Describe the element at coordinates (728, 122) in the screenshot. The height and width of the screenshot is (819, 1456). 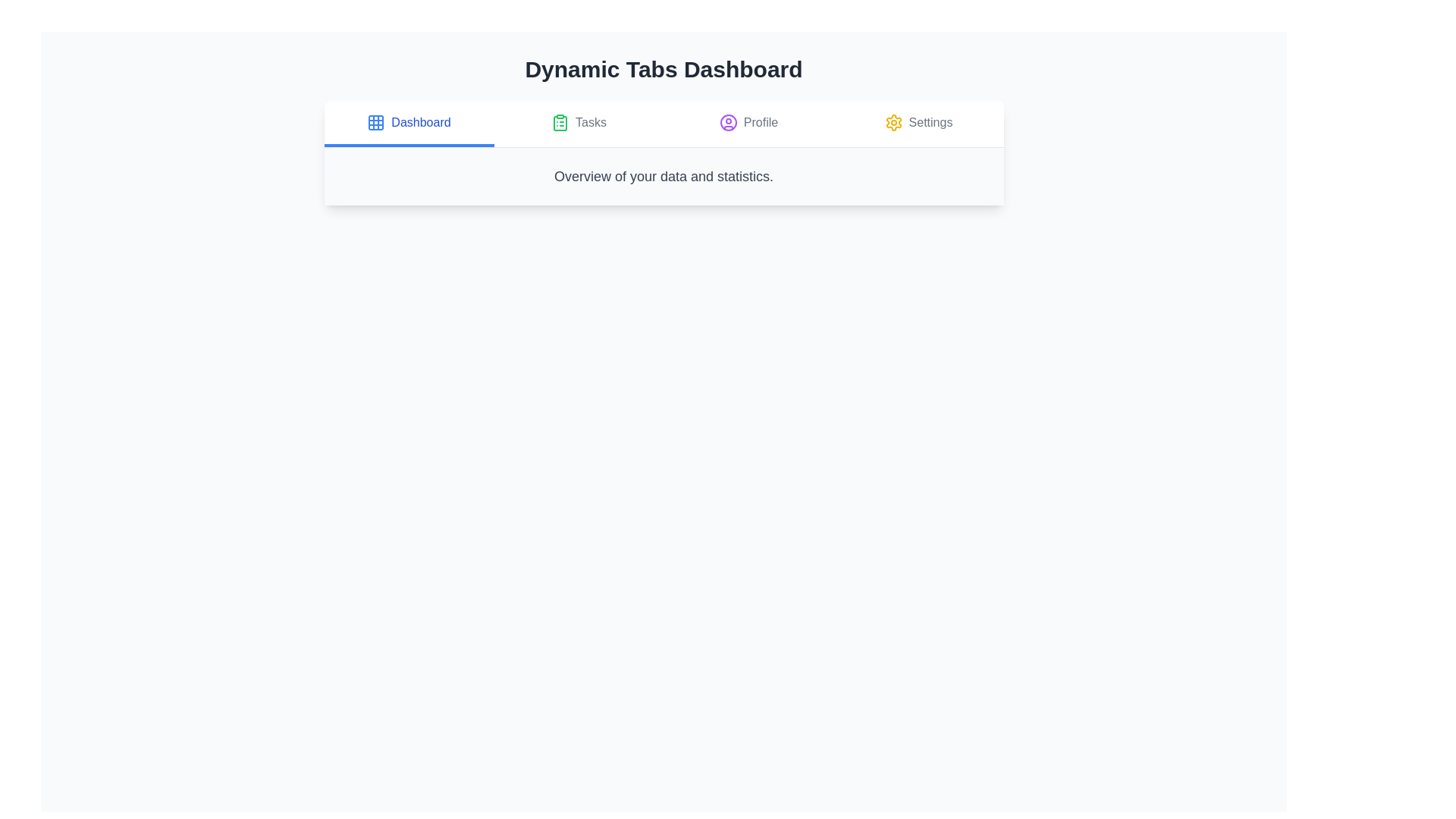
I see `the largest circular shape in the center of the purple user profile icon, located just right of the 'Profile' text in the main navigation bar` at that location.